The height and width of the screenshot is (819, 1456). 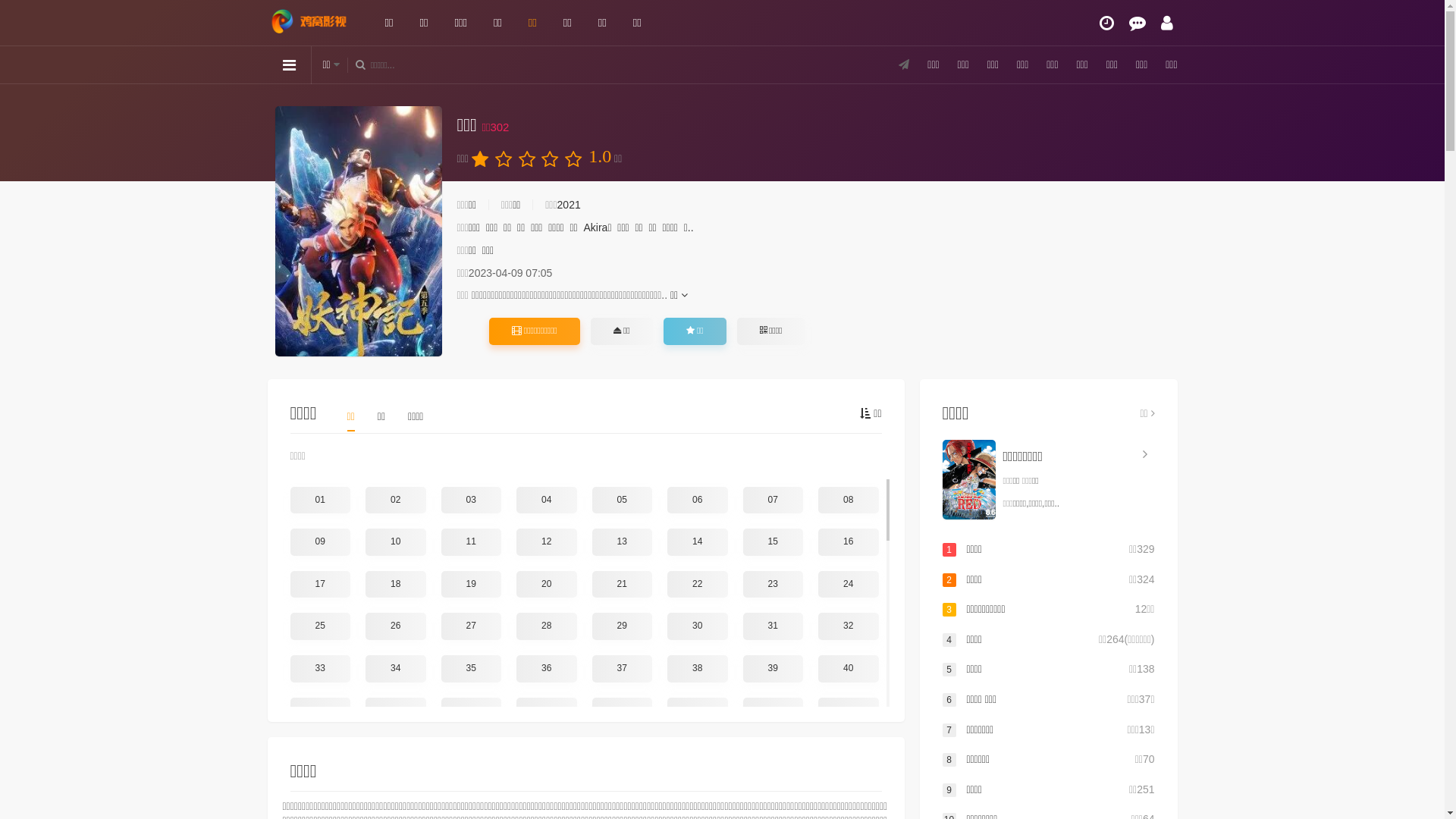 I want to click on '23', so click(x=742, y=584).